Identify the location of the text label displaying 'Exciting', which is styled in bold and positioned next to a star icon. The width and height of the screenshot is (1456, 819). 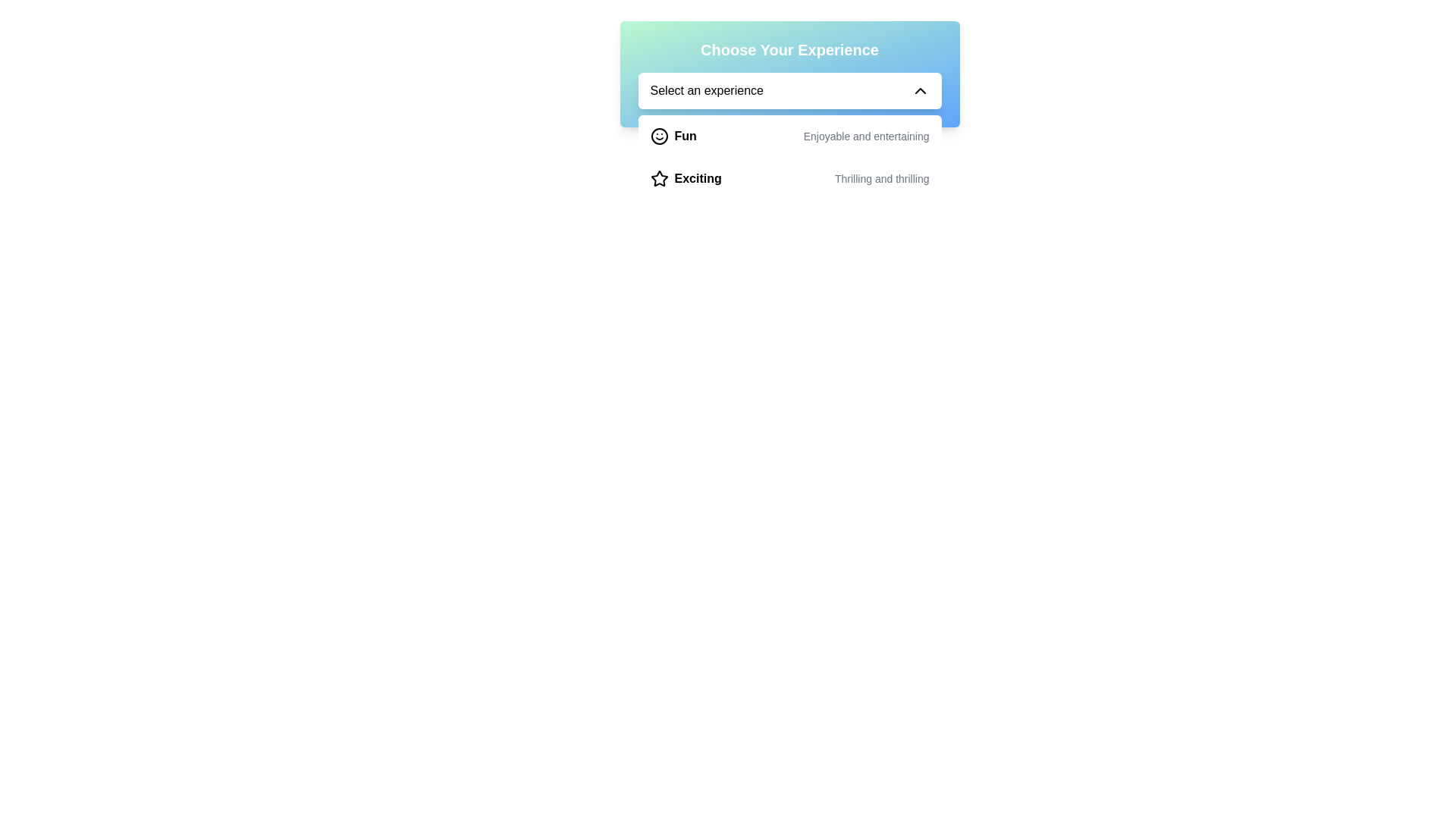
(697, 177).